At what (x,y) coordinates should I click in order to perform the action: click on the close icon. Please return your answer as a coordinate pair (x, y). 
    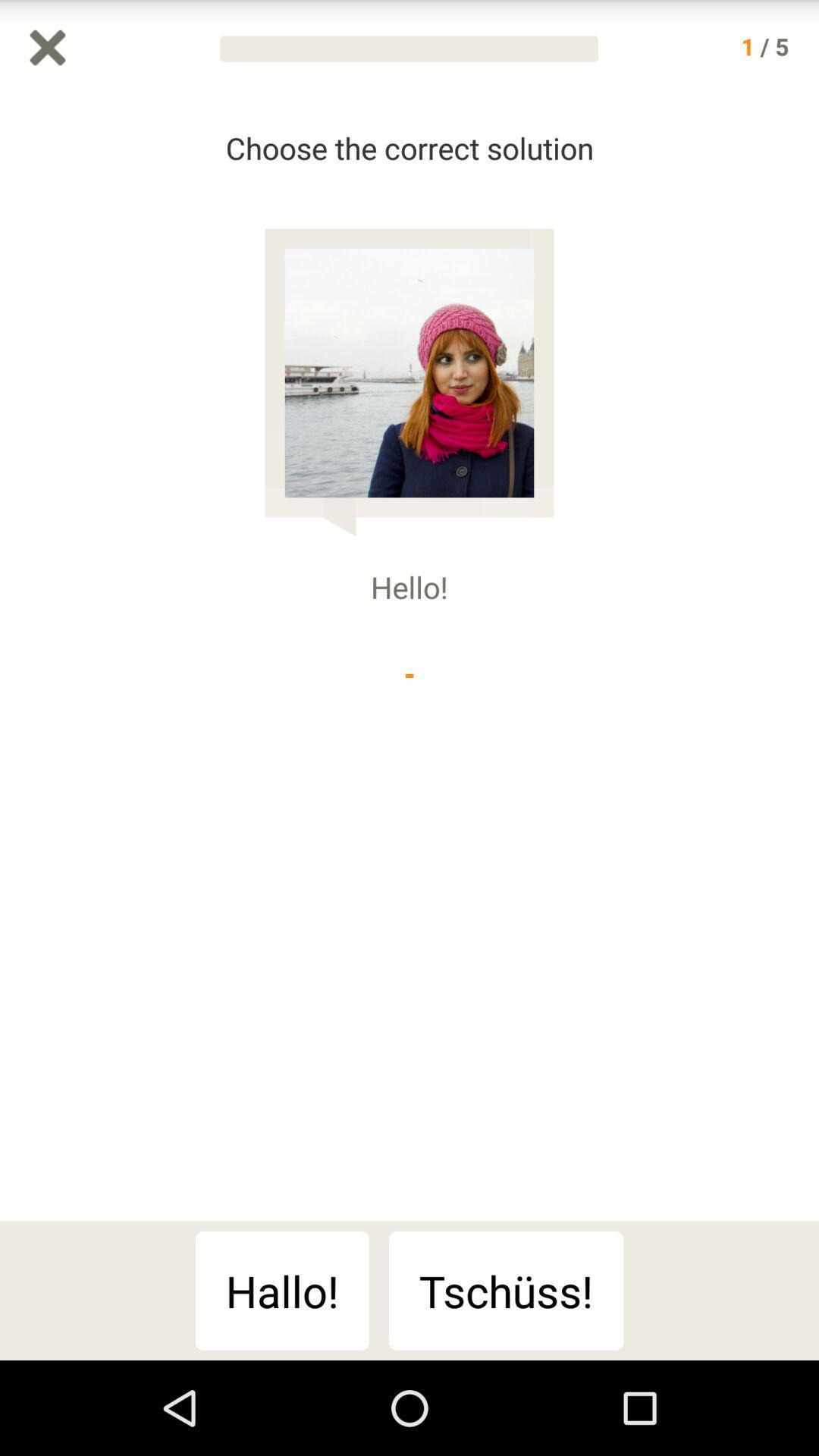
    Looking at the image, I should click on (46, 51).